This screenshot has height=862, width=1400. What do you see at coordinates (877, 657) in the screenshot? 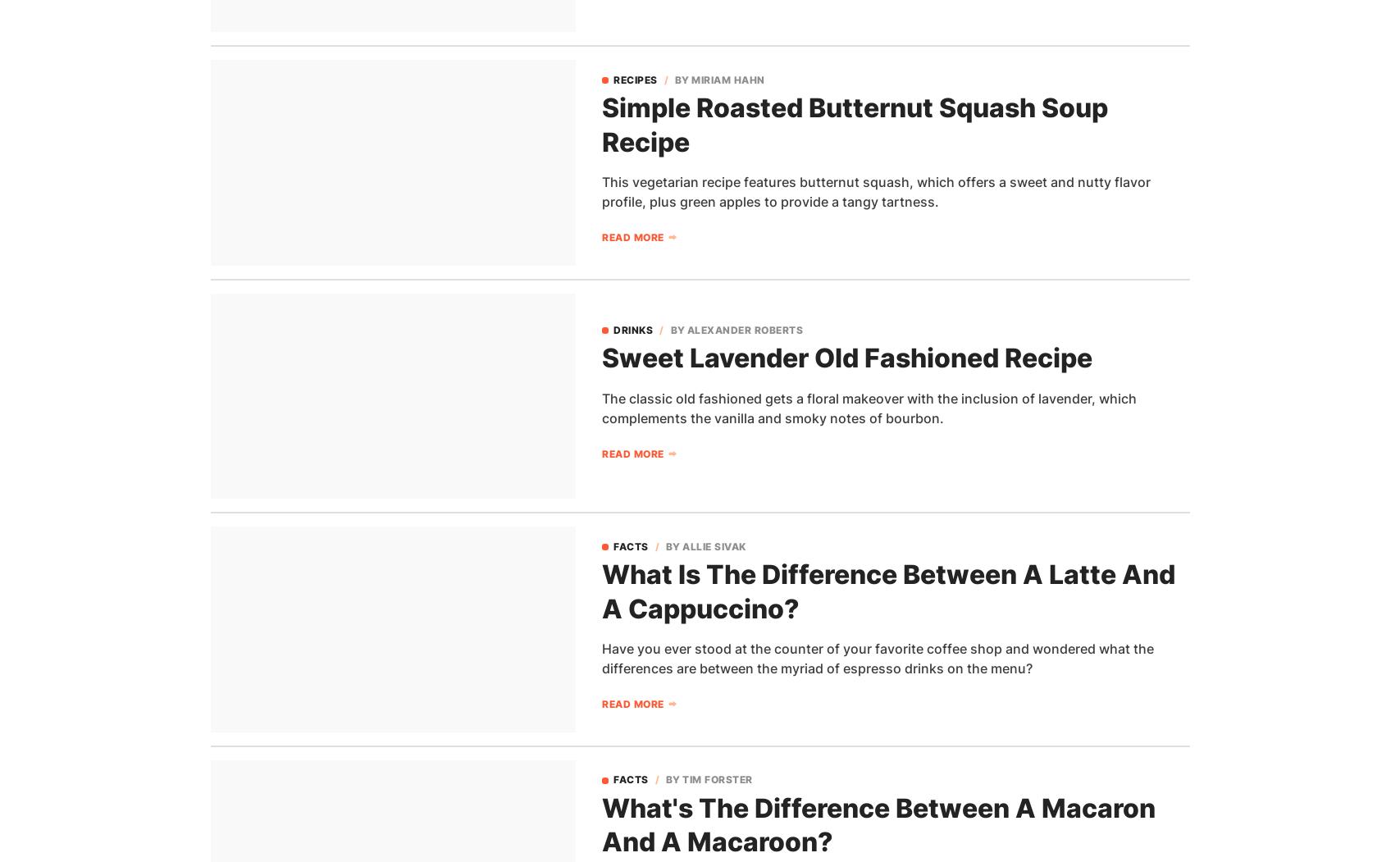
I see `'Have you ever stood at the counter of your favorite coffee shop and wondered what the differences are between the myriad of espresso drinks on the menu?'` at bounding box center [877, 657].